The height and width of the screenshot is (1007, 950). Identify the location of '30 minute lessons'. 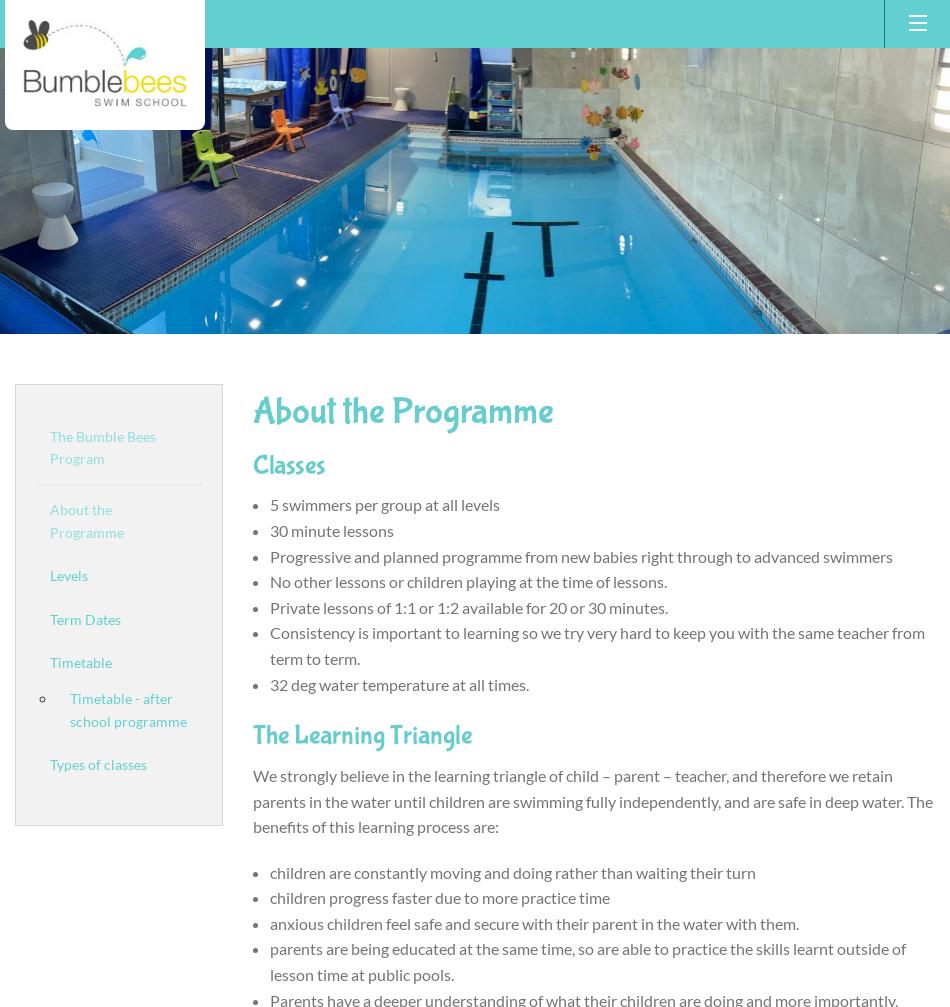
(331, 528).